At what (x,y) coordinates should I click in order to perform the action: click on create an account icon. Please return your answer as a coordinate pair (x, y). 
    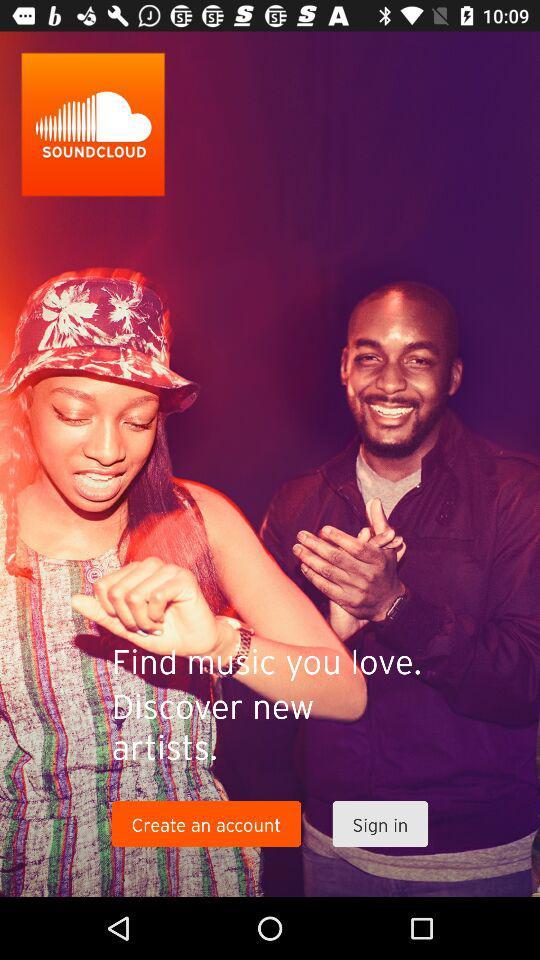
    Looking at the image, I should click on (205, 824).